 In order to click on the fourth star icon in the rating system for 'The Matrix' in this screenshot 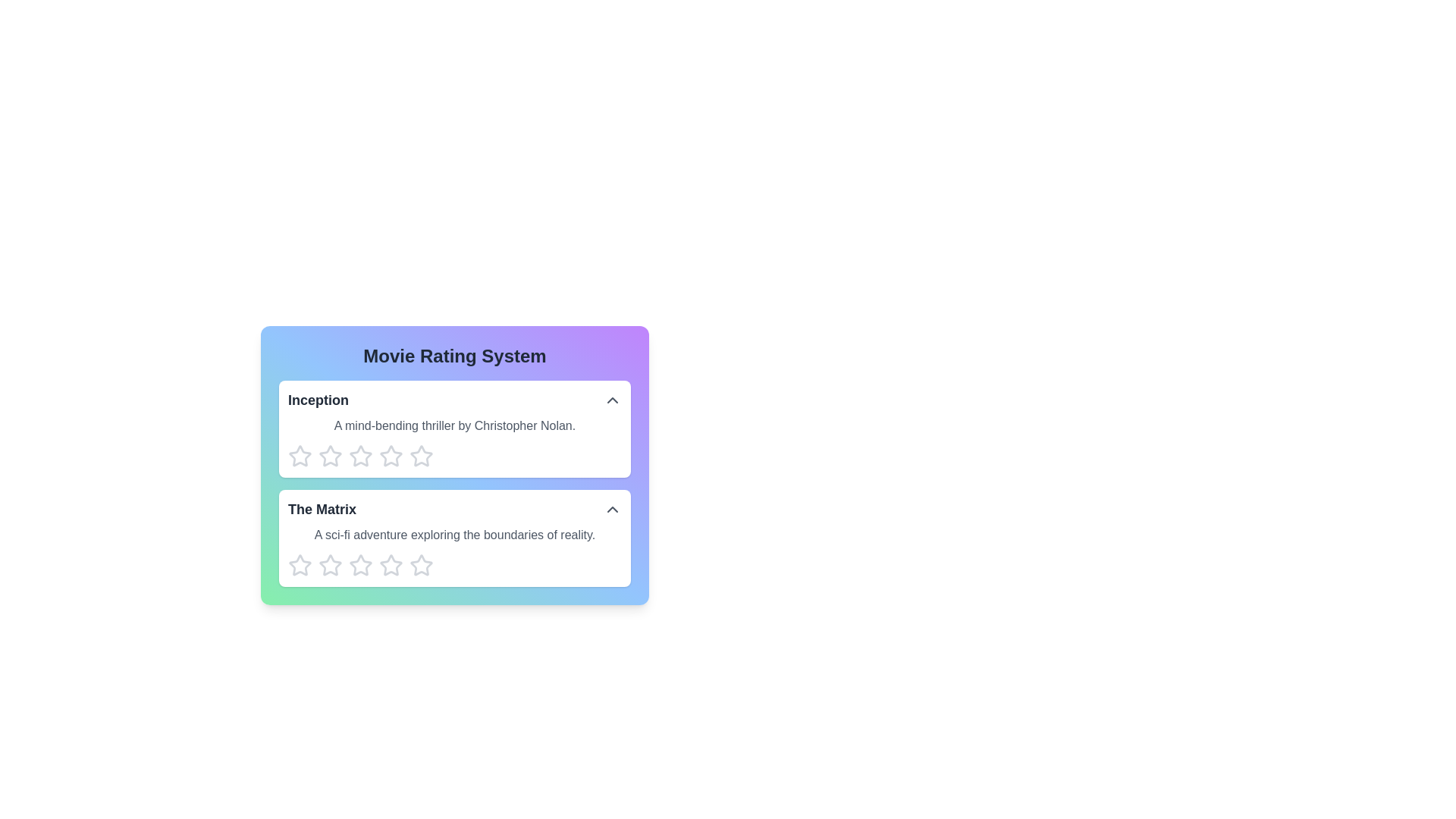, I will do `click(359, 565)`.